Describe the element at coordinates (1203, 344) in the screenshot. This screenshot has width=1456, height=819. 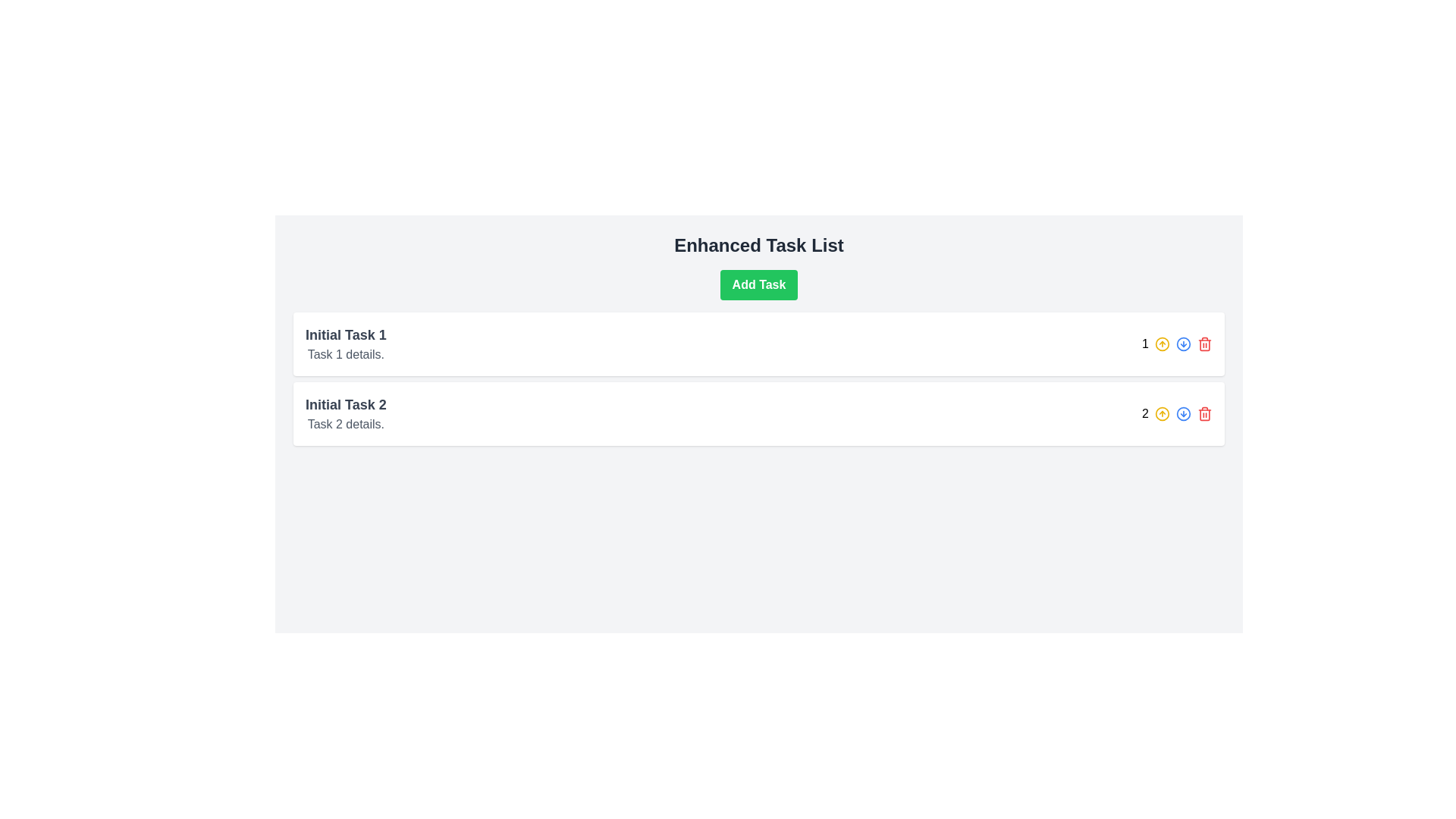
I see `the delete button associated with task item number 1` at that location.